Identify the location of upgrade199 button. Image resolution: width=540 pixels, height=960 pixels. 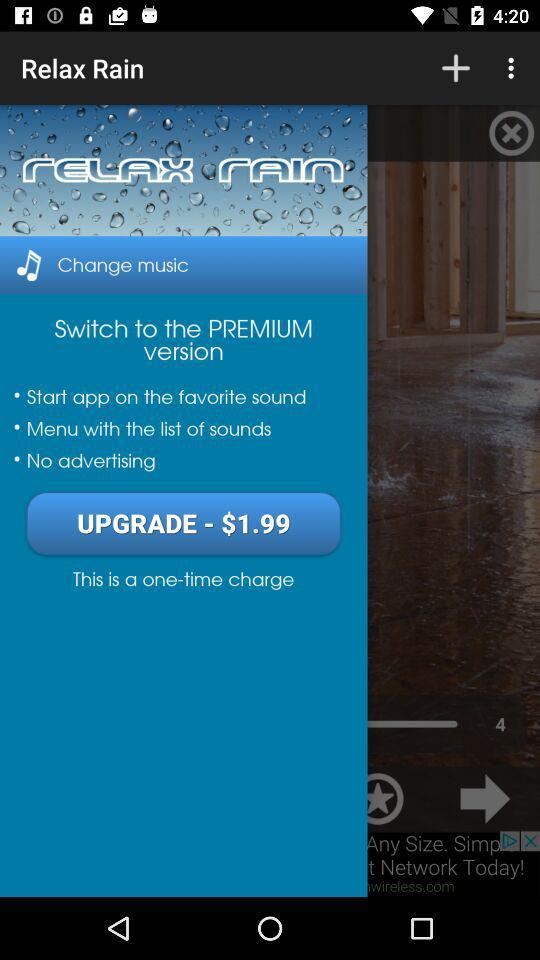
(183, 522).